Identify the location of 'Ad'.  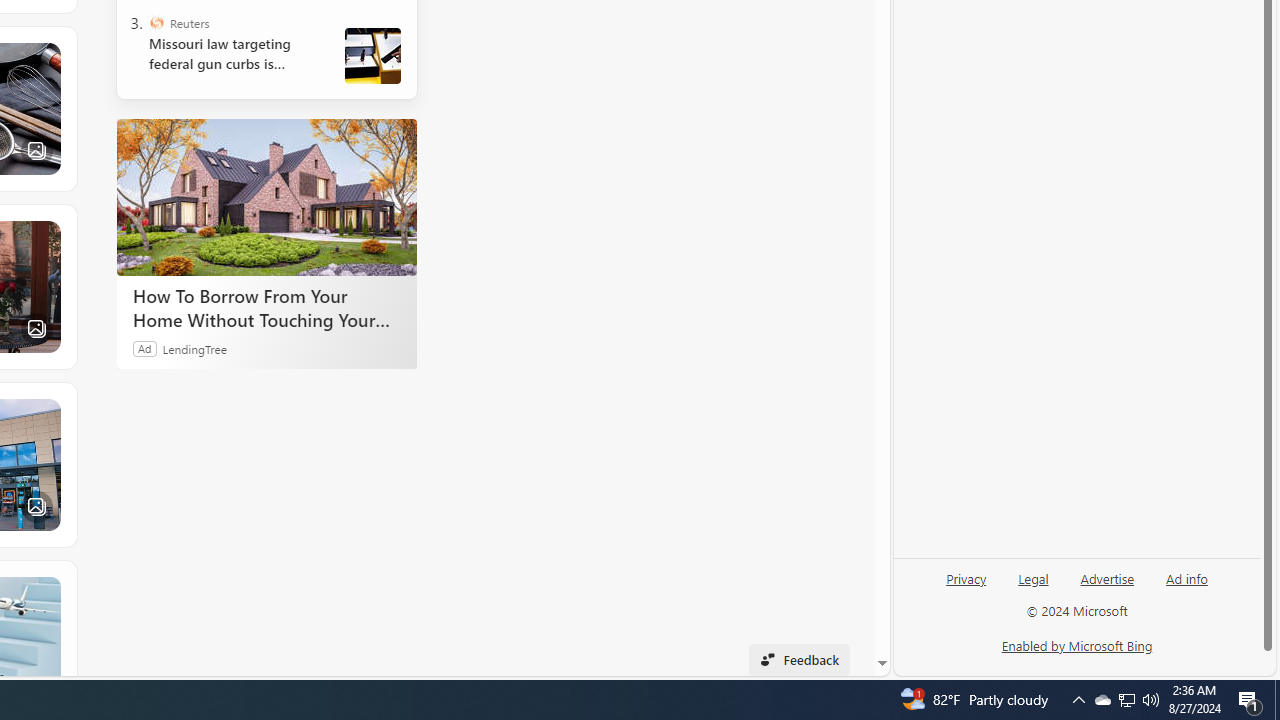
(144, 347).